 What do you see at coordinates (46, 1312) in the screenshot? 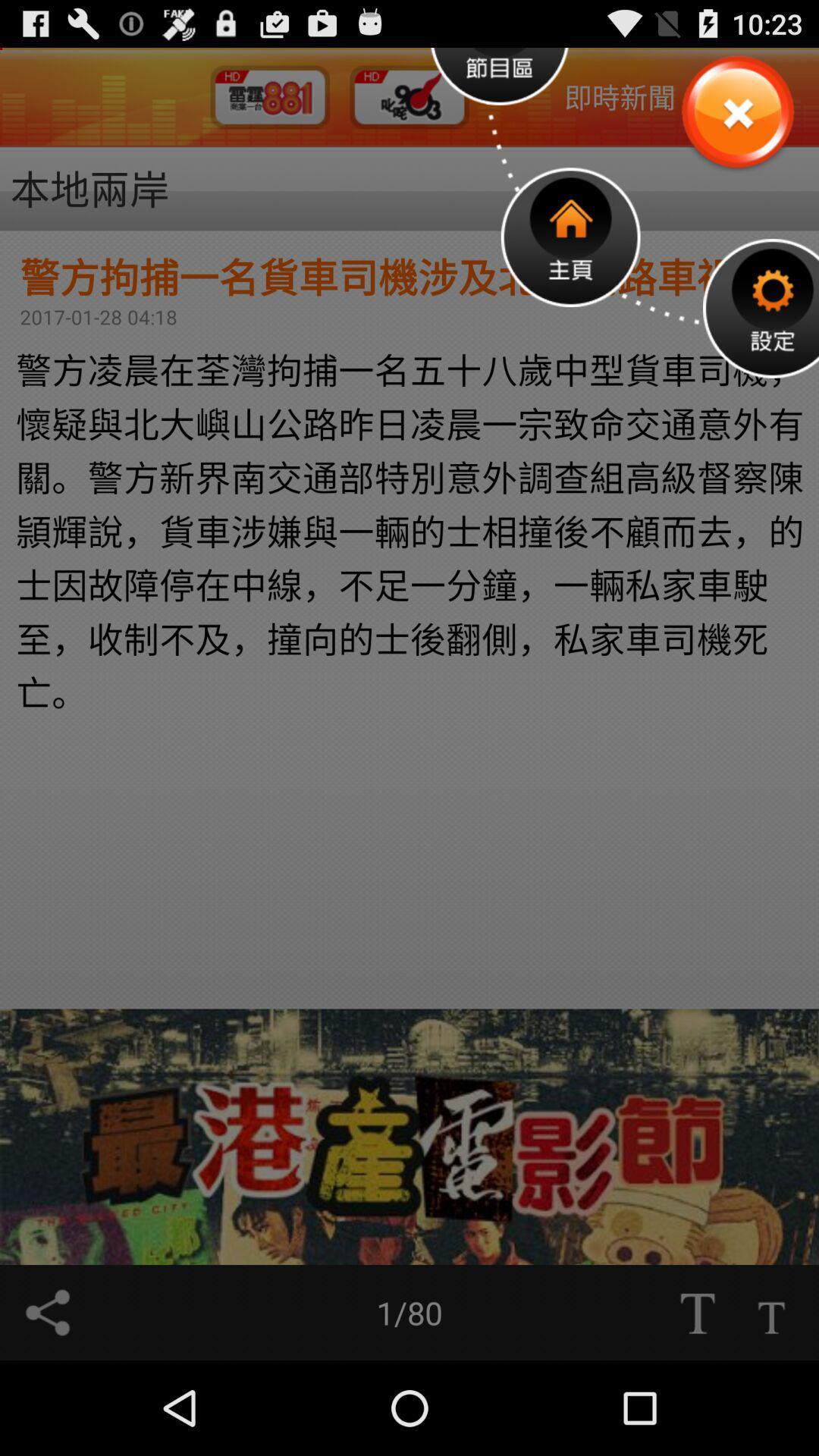
I see `share option` at bounding box center [46, 1312].